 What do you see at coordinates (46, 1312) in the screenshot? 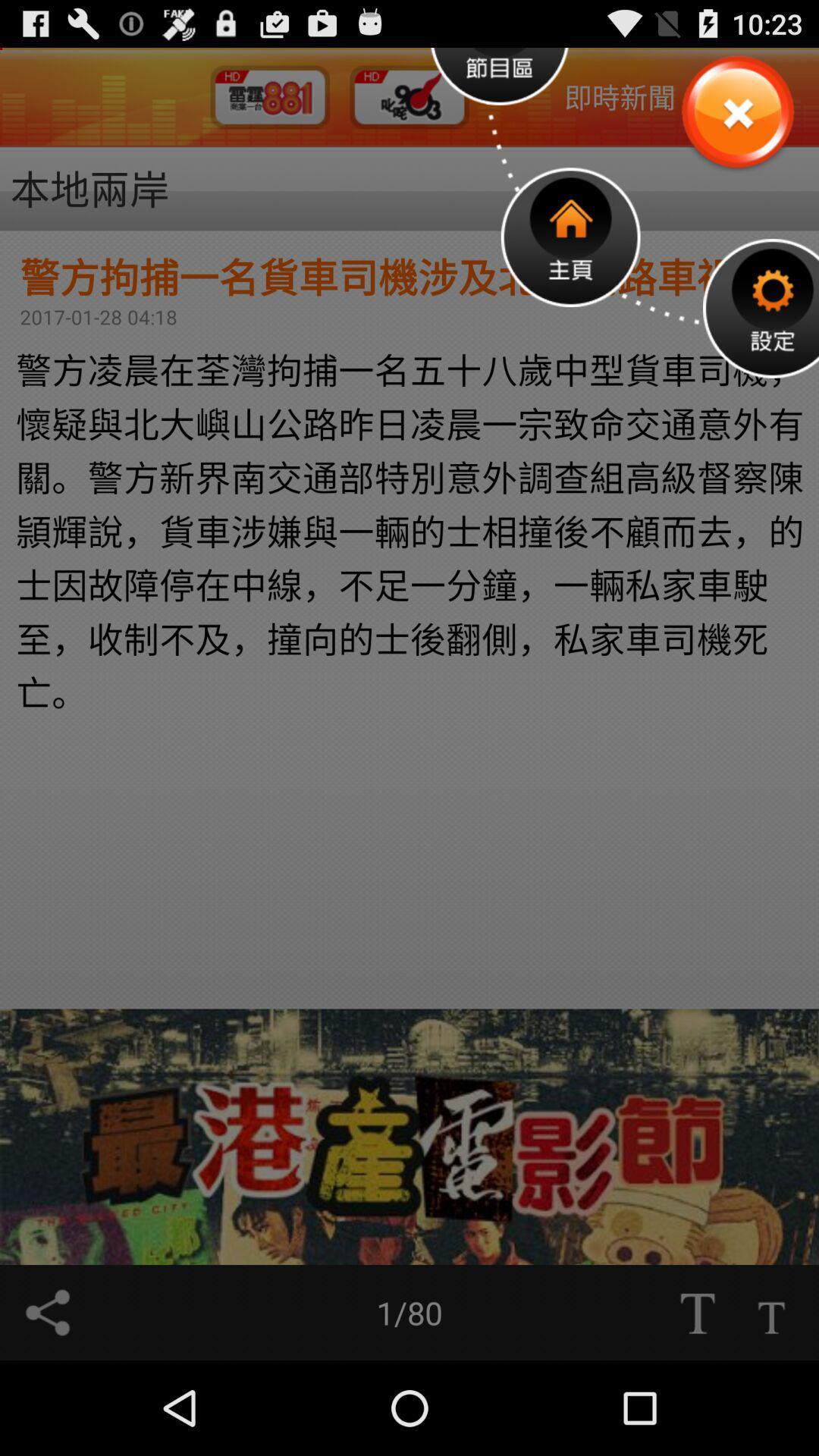
I see `share option` at bounding box center [46, 1312].